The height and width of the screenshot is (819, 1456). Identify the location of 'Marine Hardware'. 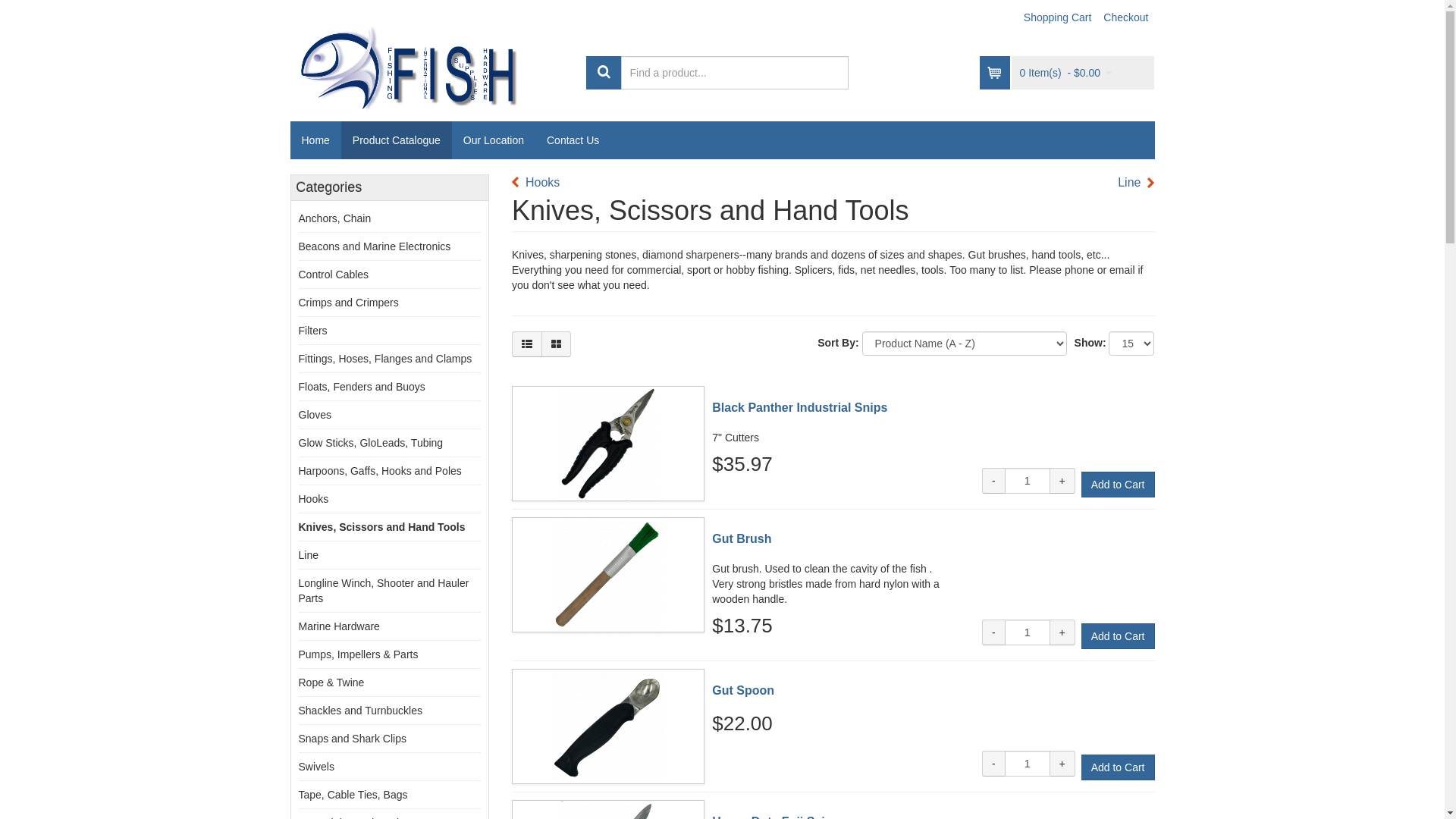
(338, 626).